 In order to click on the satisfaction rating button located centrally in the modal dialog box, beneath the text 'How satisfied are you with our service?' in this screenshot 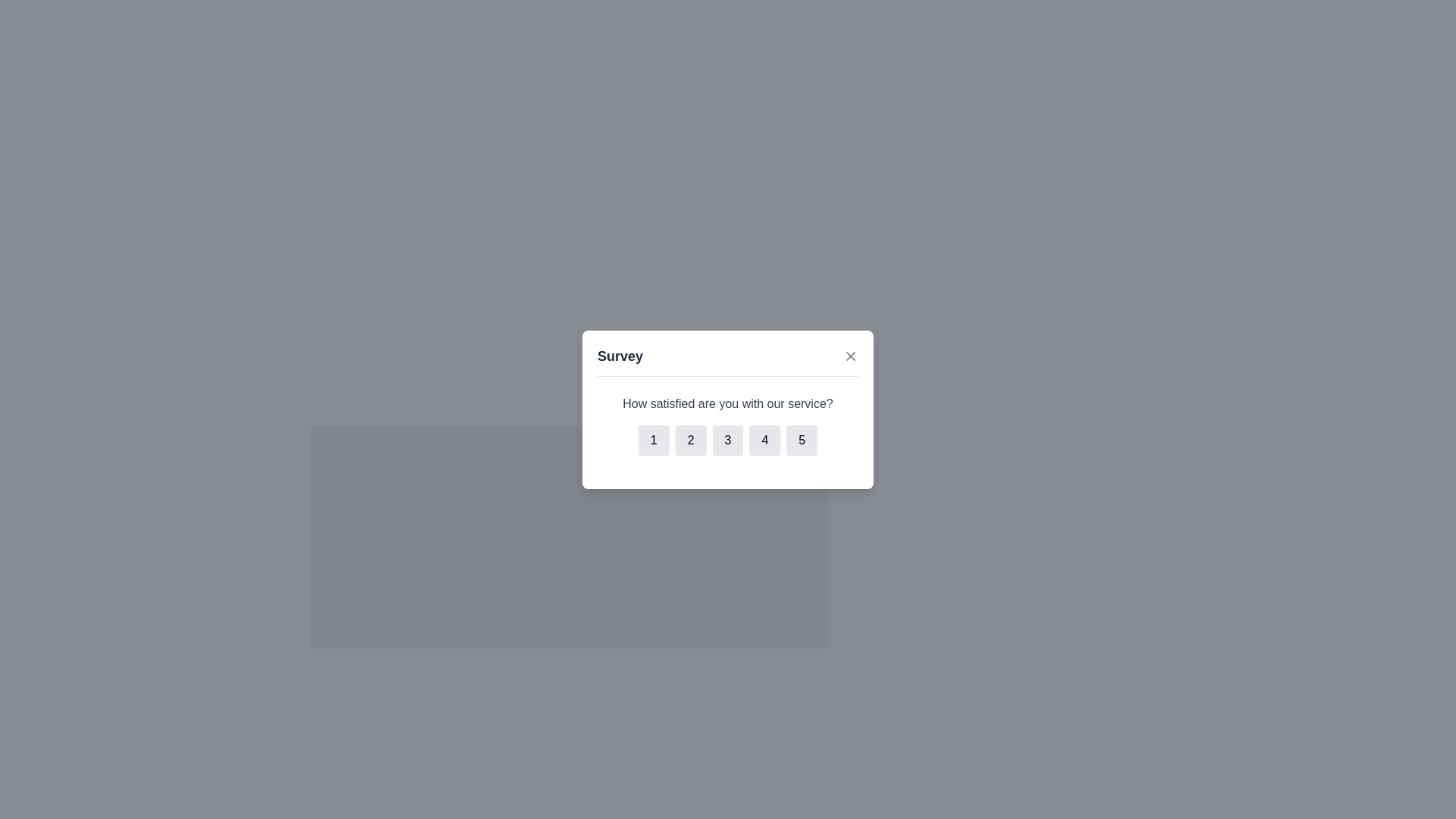, I will do `click(728, 440)`.